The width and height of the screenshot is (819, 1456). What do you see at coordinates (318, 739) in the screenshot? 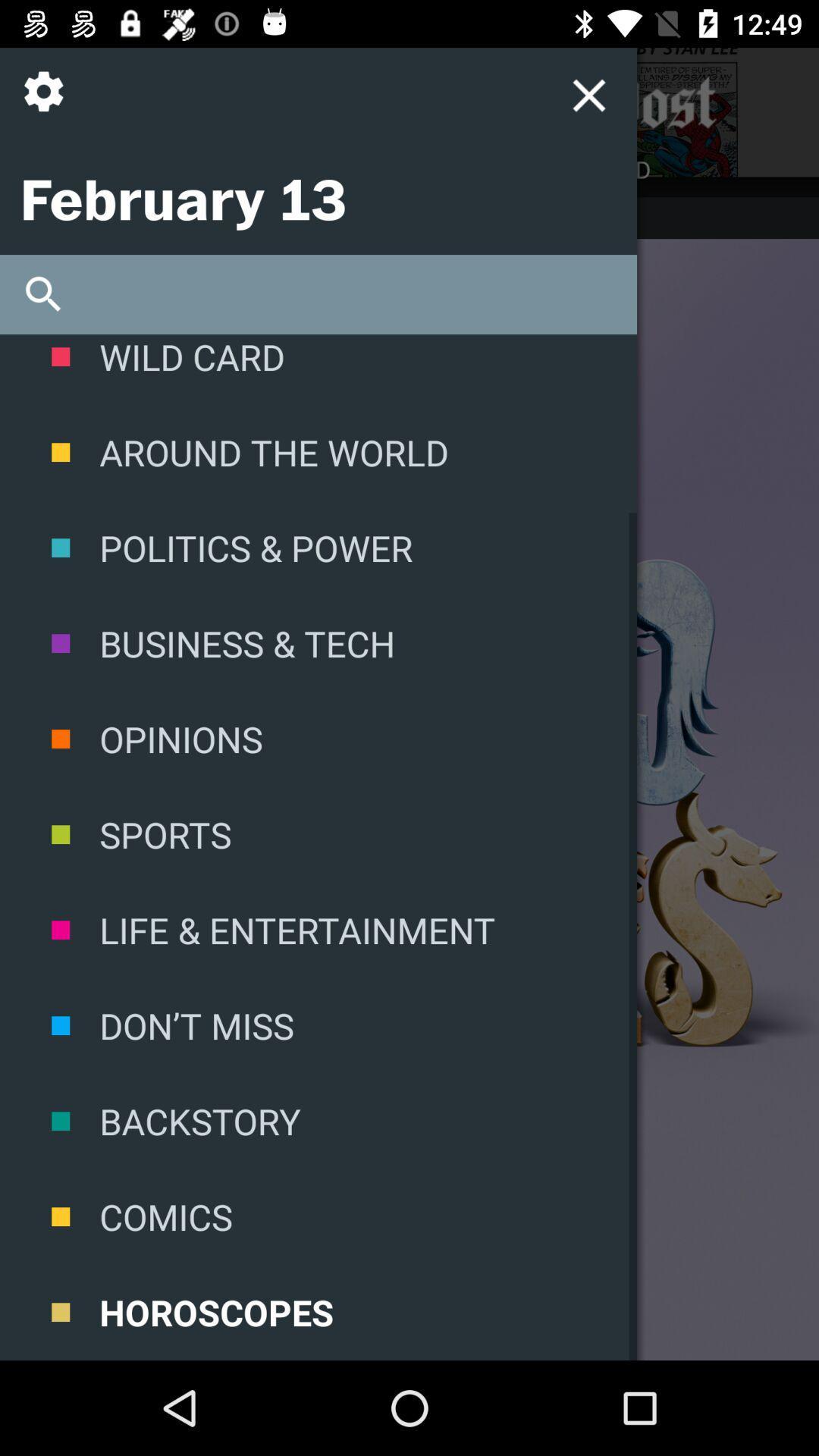
I see `the app above sports` at bounding box center [318, 739].